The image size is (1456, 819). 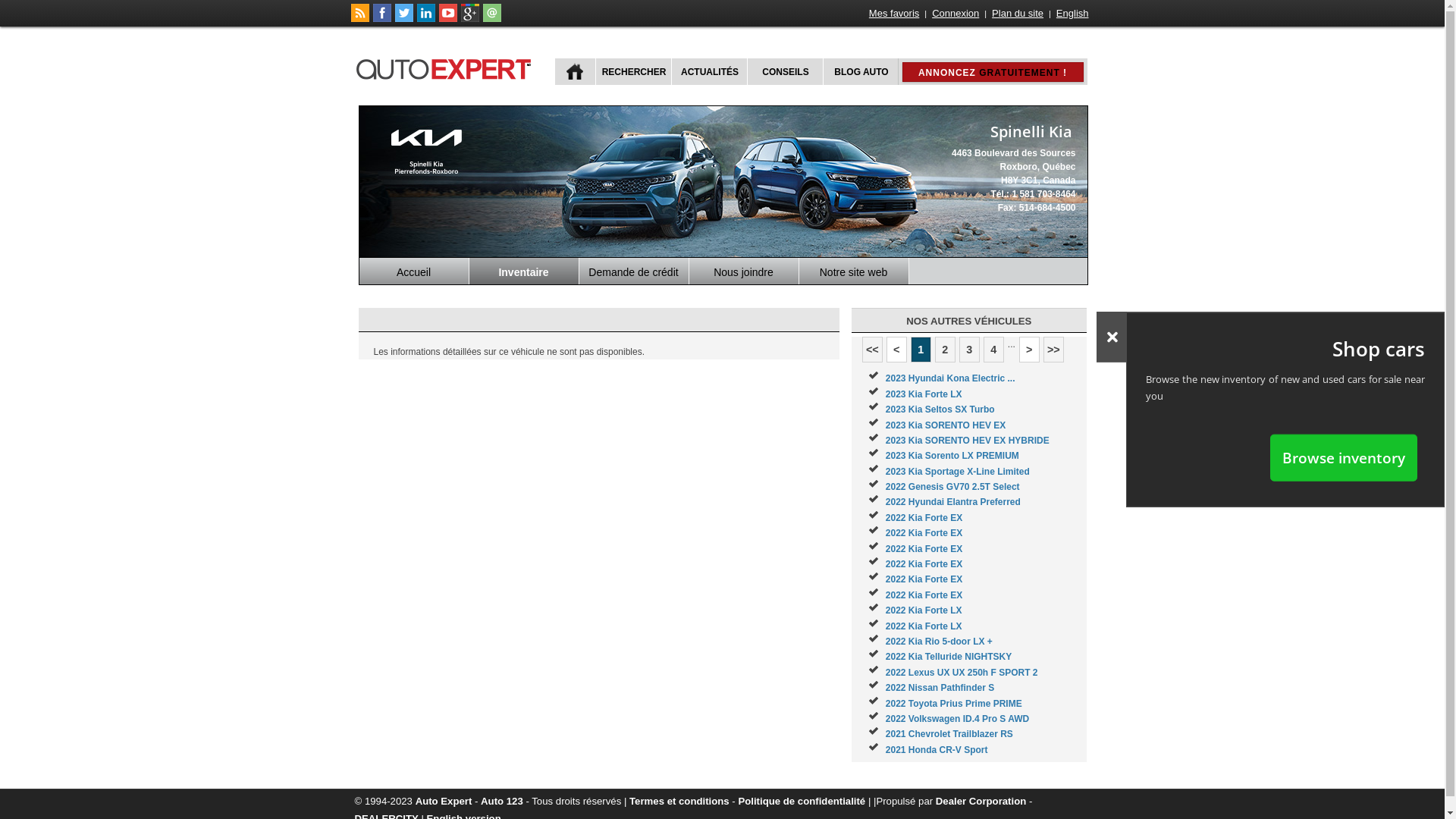 I want to click on 'Suivez autoExpert.ca sur Google Plus', so click(x=469, y=18).